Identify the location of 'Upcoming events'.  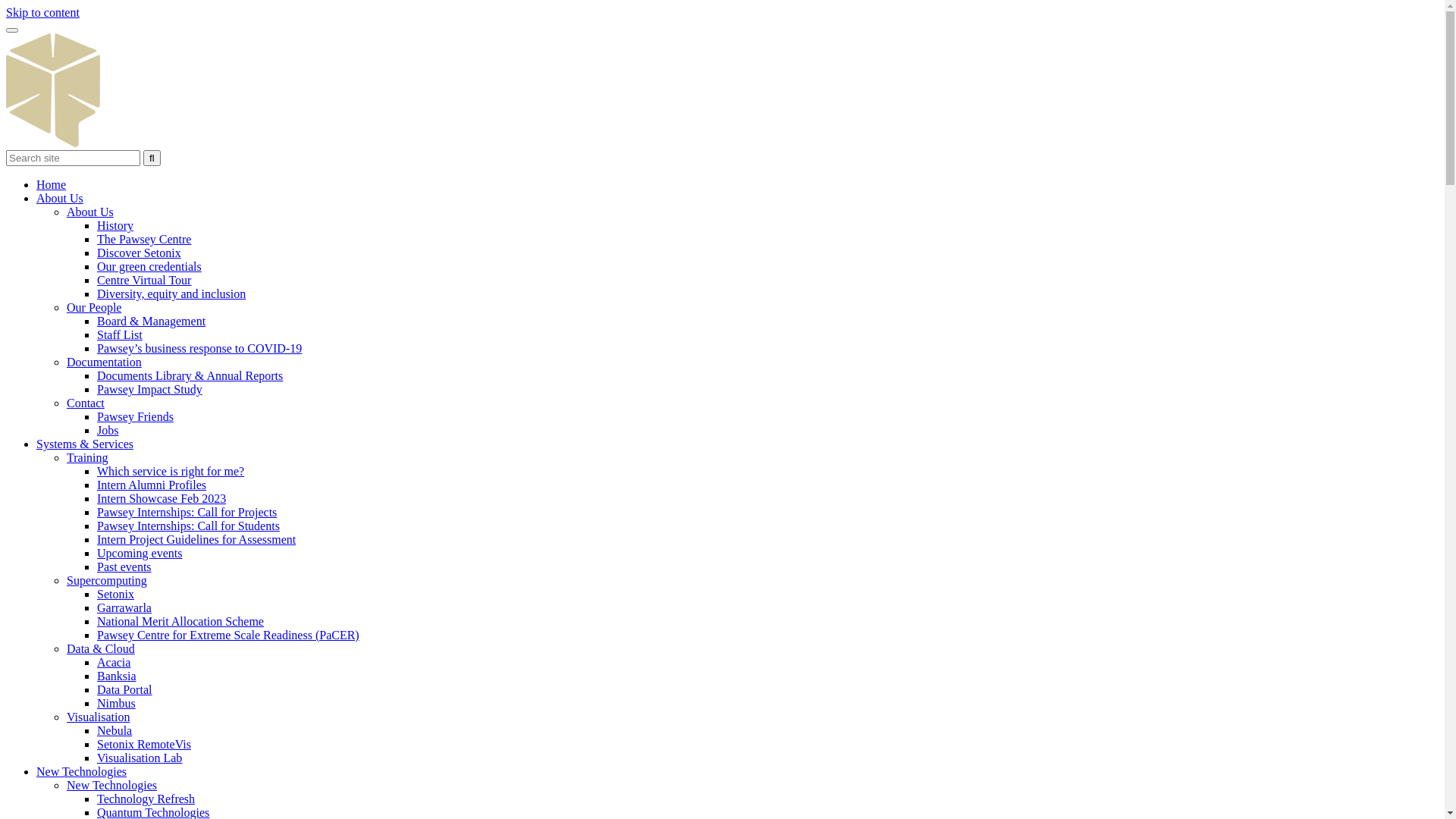
(139, 553).